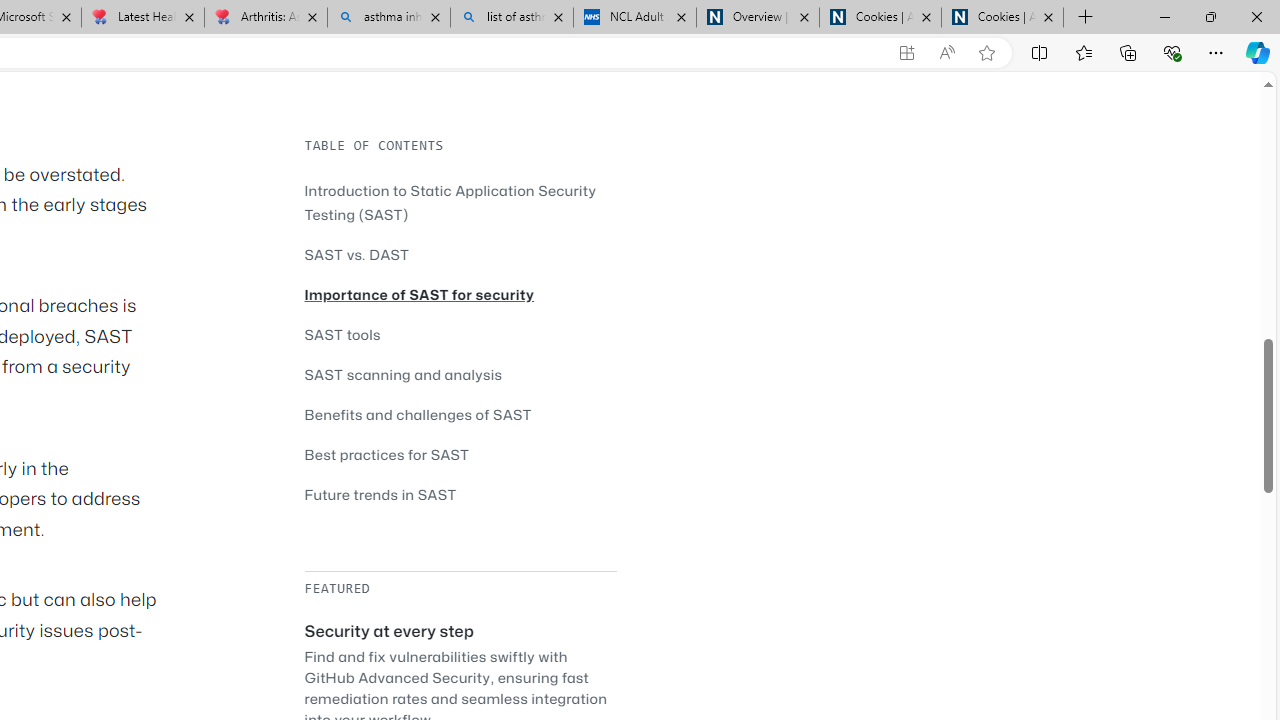 The height and width of the screenshot is (720, 1280). I want to click on 'Cookies | About | NICE', so click(1002, 17).